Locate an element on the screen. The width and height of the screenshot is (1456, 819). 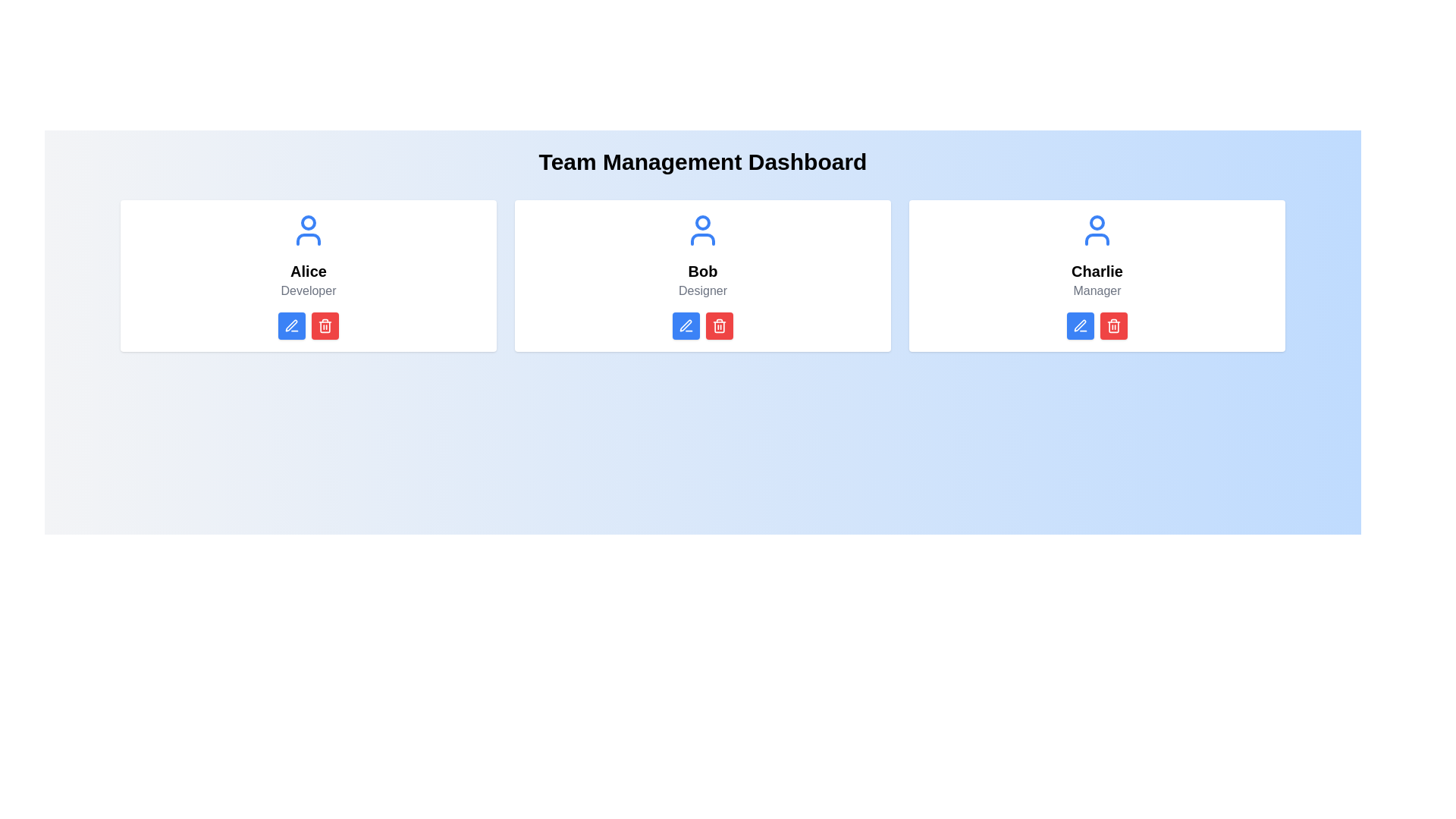
the delete button with a red background and a white trashcan icon, located at the bottom of the user information card under Alice's card is located at coordinates (324, 325).